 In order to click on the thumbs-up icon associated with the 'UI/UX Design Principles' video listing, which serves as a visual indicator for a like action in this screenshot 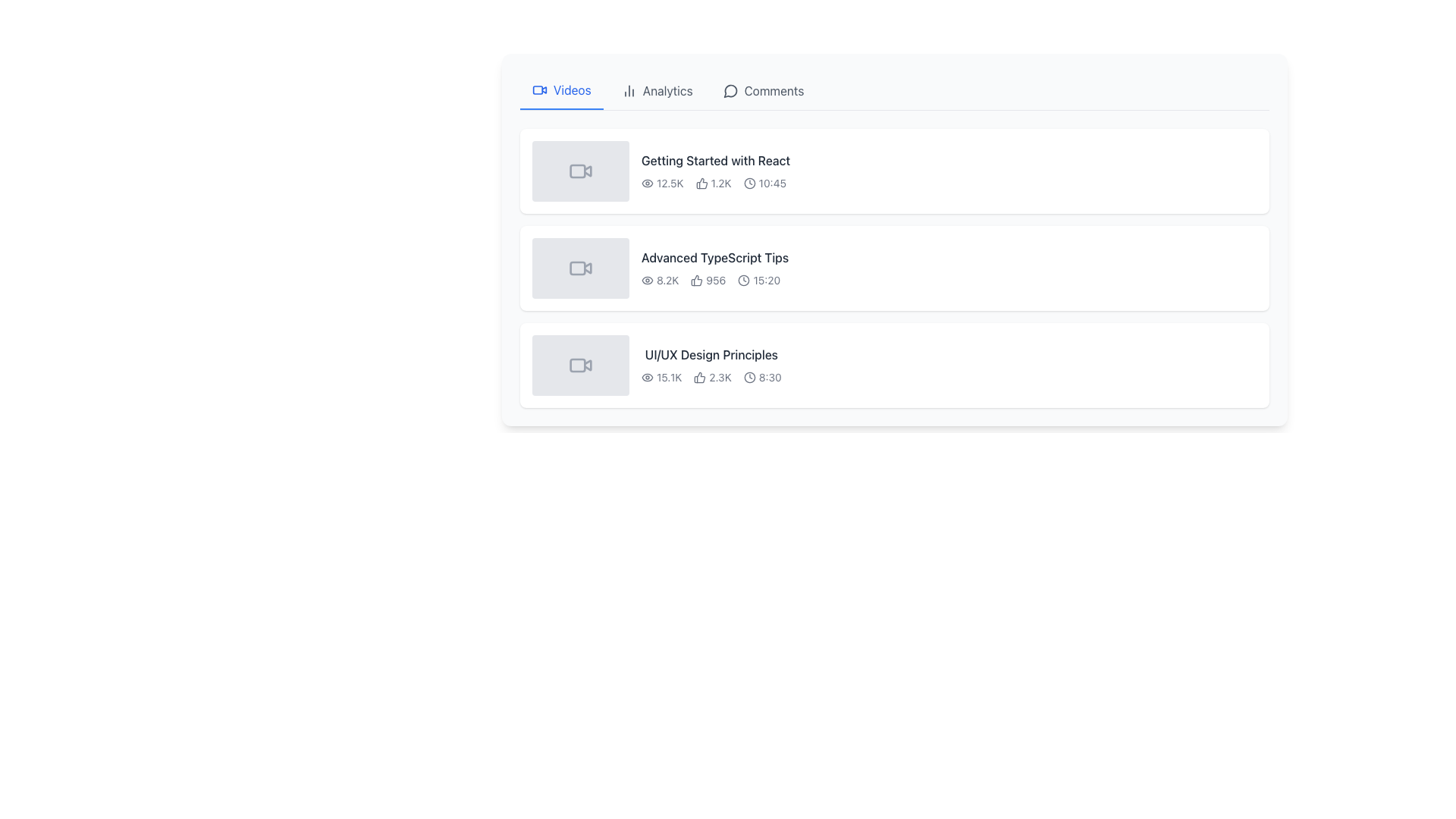, I will do `click(699, 376)`.